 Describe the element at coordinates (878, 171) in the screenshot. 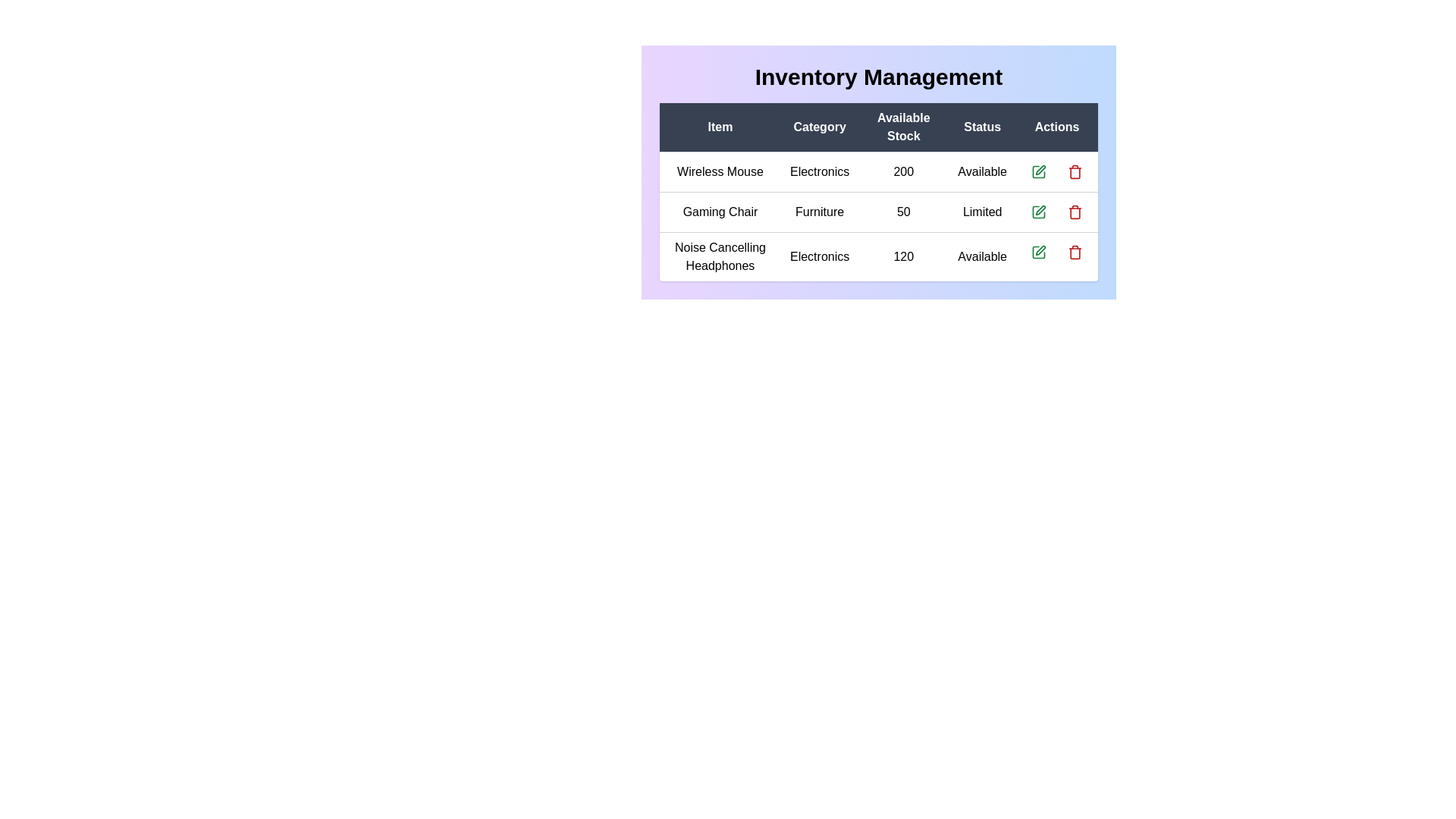

I see `the row corresponding to Wireless Mouse` at that location.